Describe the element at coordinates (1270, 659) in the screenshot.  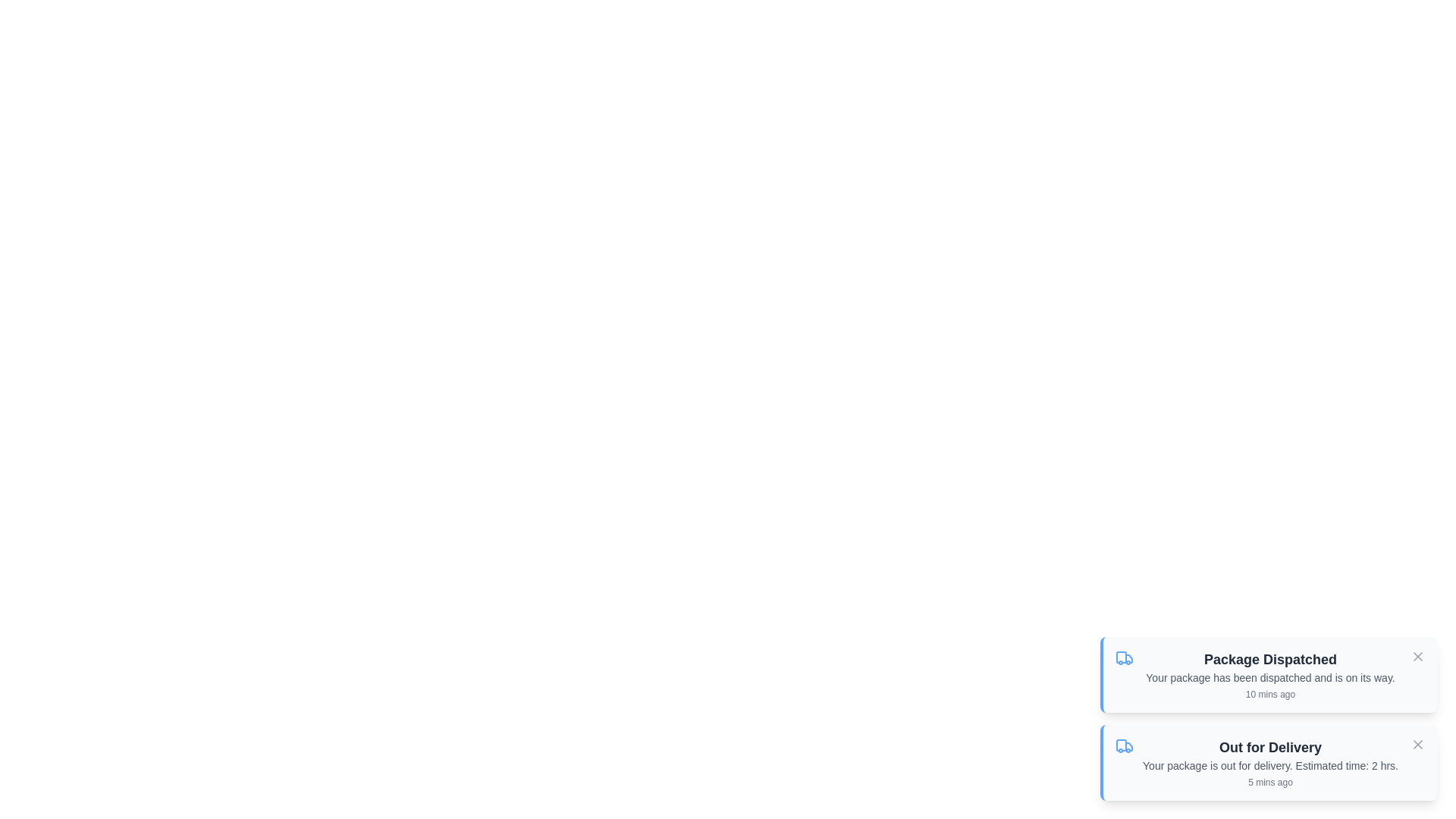
I see `the title of the notification card` at that location.